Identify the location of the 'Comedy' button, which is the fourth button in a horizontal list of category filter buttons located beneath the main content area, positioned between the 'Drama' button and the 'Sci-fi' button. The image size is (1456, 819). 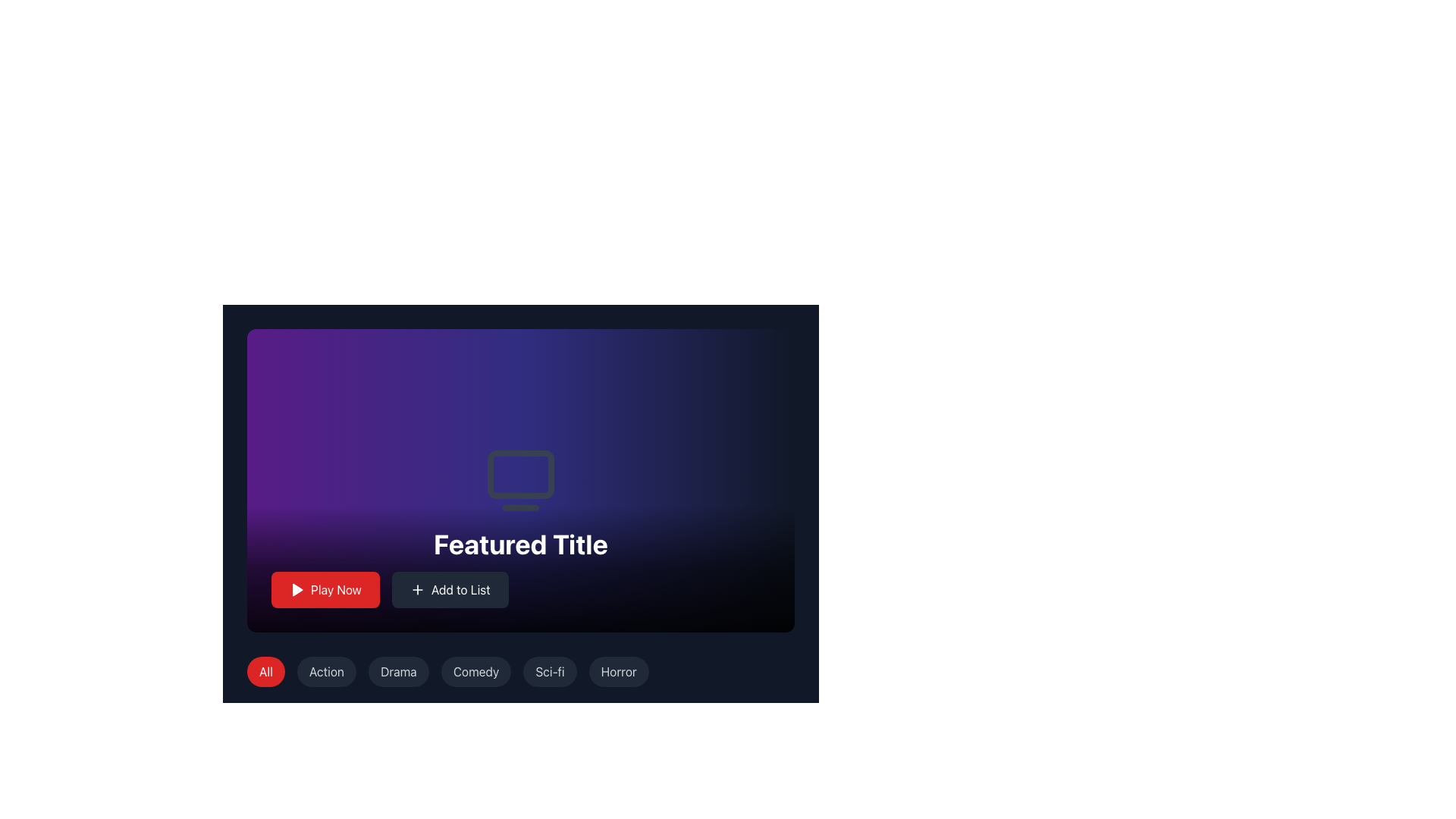
(475, 671).